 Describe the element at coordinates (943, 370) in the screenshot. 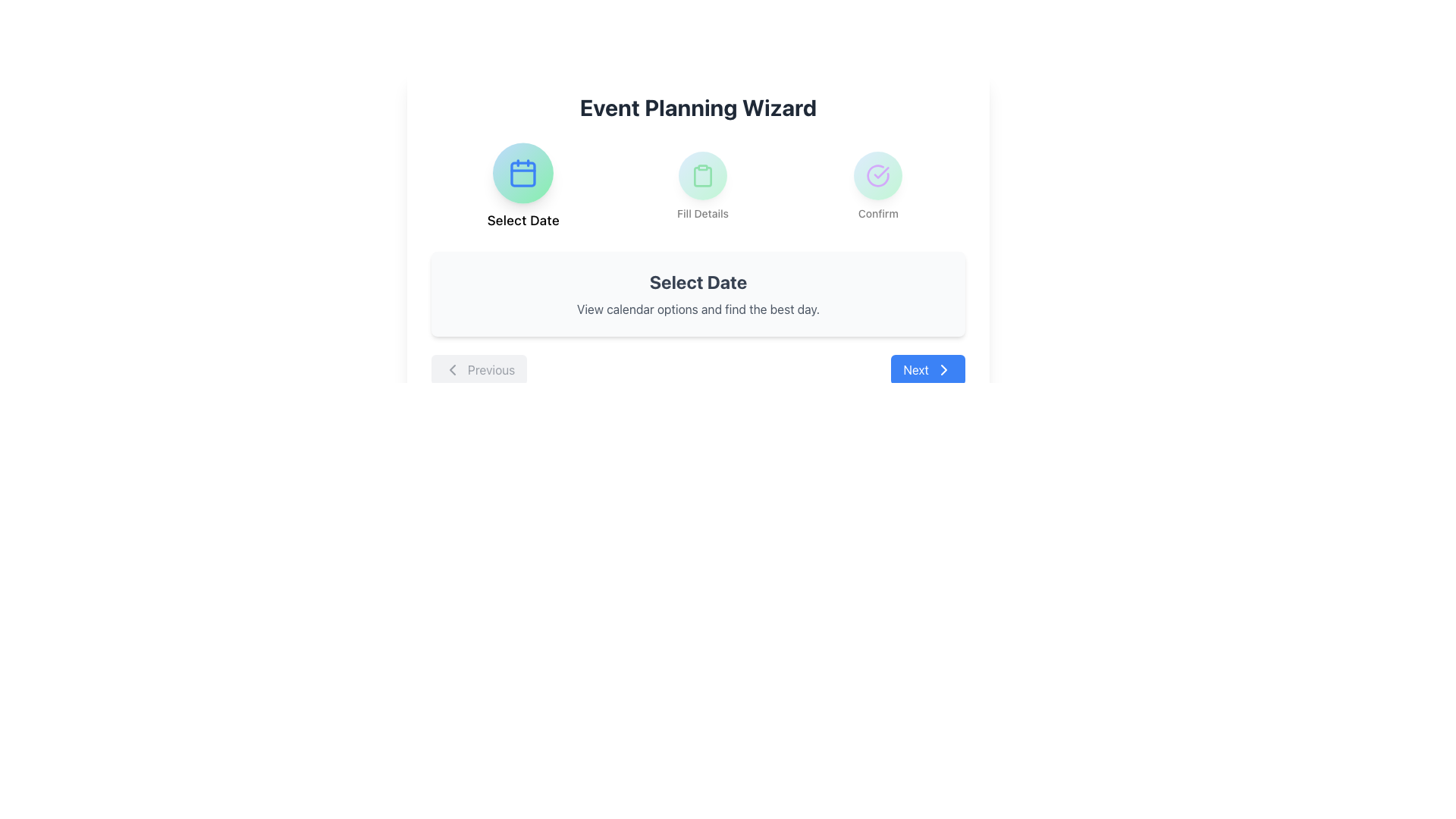

I see `the 'Next' button, which is represented by a right-facing chevron arrow SVG element located at the bottom right of the interface` at that location.